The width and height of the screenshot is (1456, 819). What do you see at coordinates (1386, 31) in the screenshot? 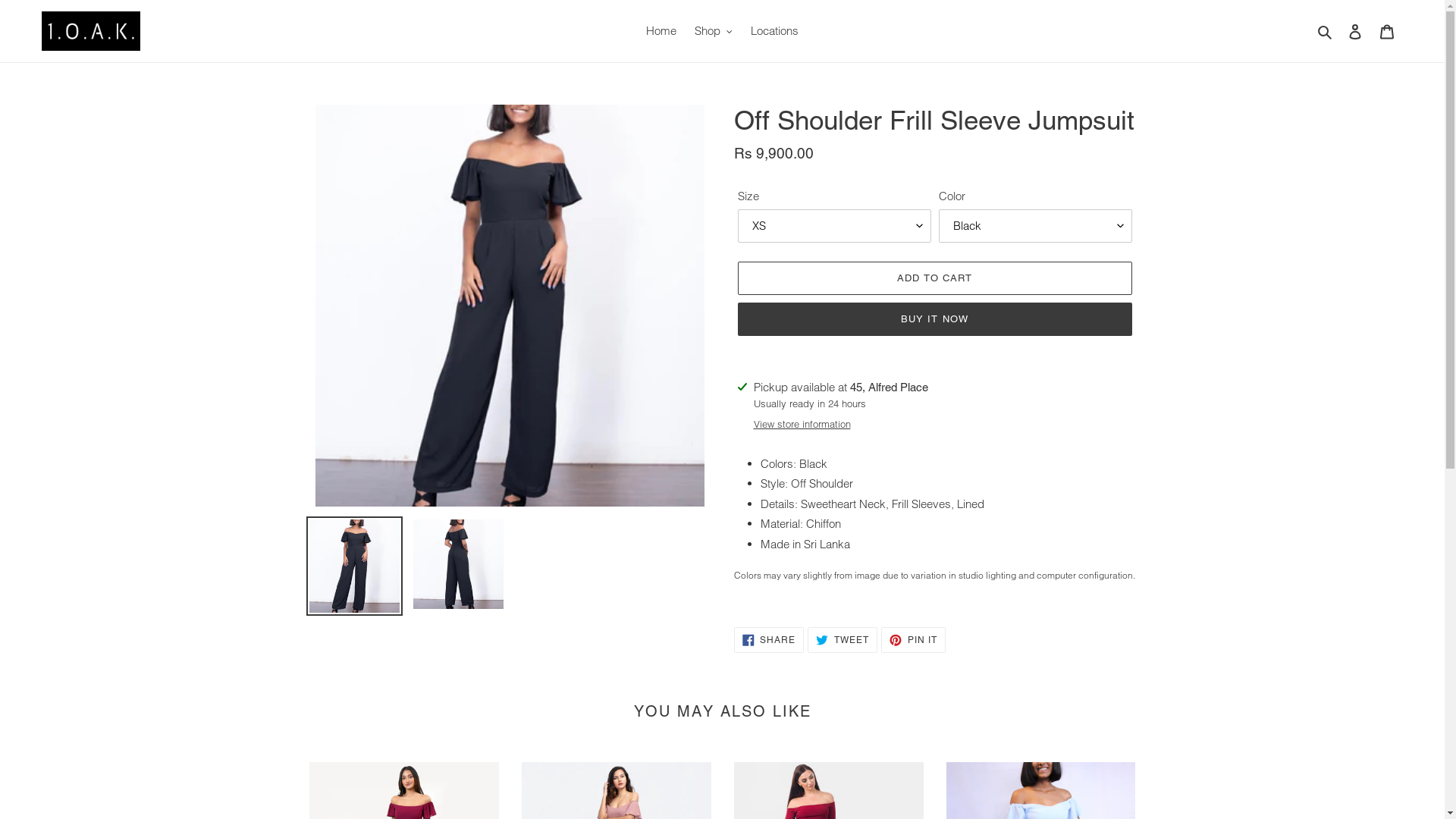
I see `'Cart'` at bounding box center [1386, 31].